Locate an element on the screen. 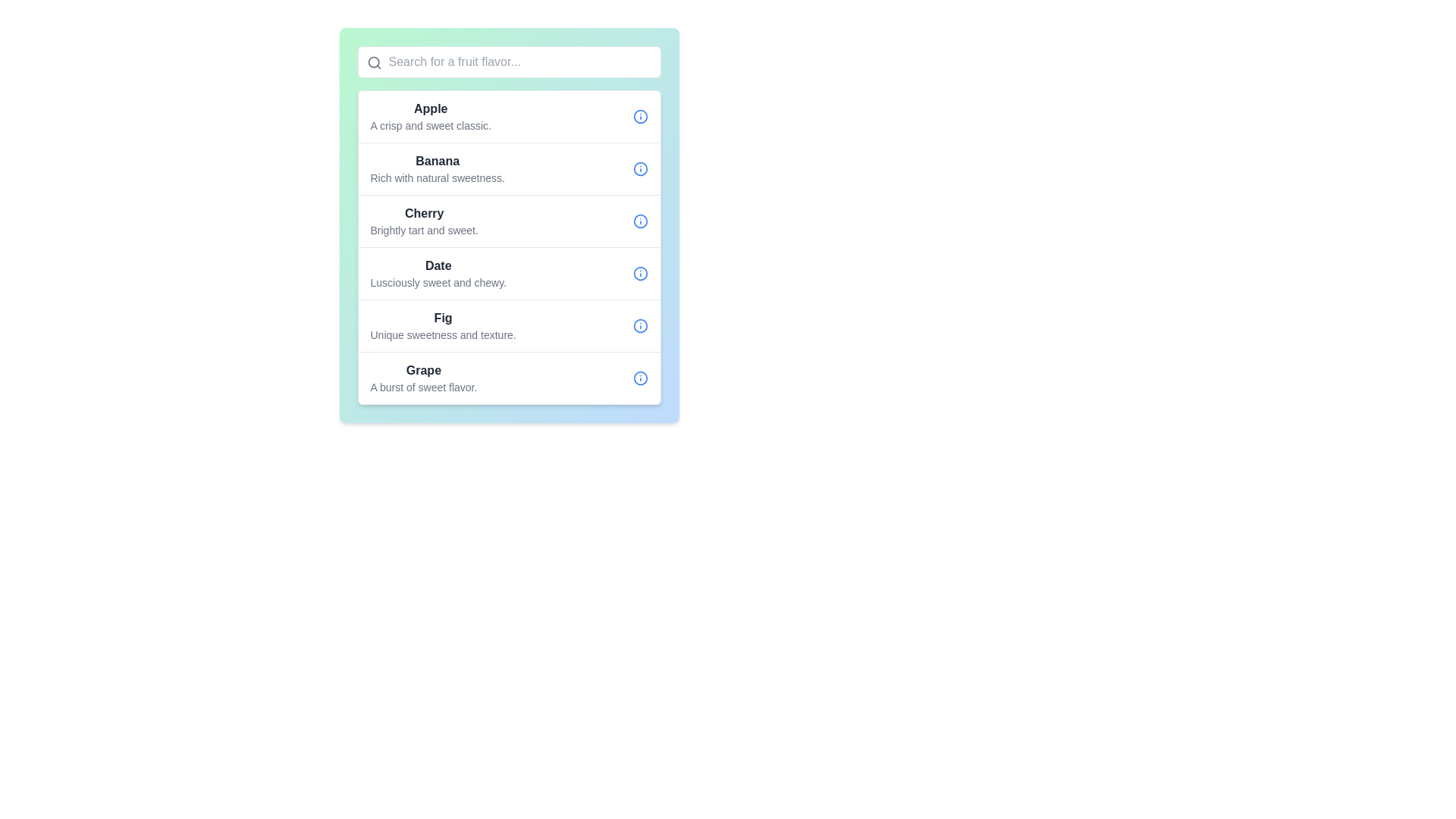 The width and height of the screenshot is (1456, 819). the textual description block that reads 'Cherry' and 'Brightly tart and sweet.' which is the third item in the vertical list of fruit options is located at coordinates (424, 221).